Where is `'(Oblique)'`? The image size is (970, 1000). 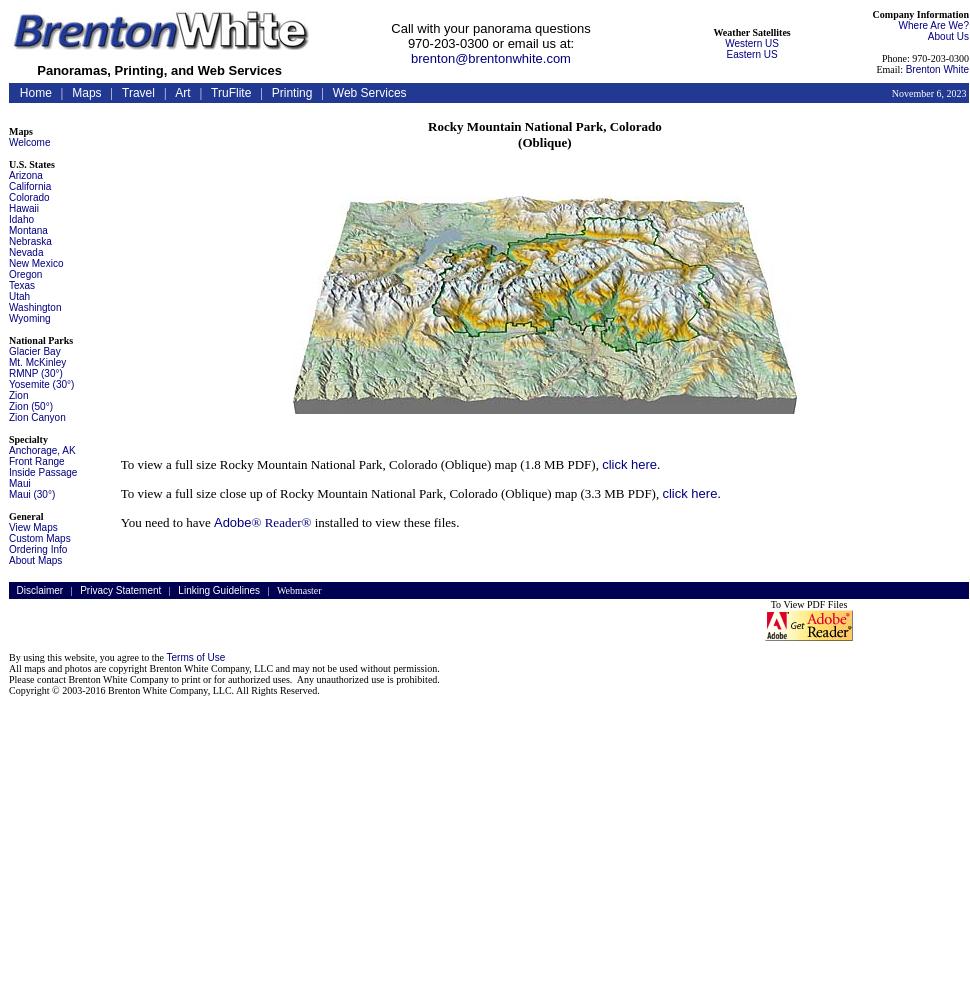
'(Oblique)' is located at coordinates (543, 142).